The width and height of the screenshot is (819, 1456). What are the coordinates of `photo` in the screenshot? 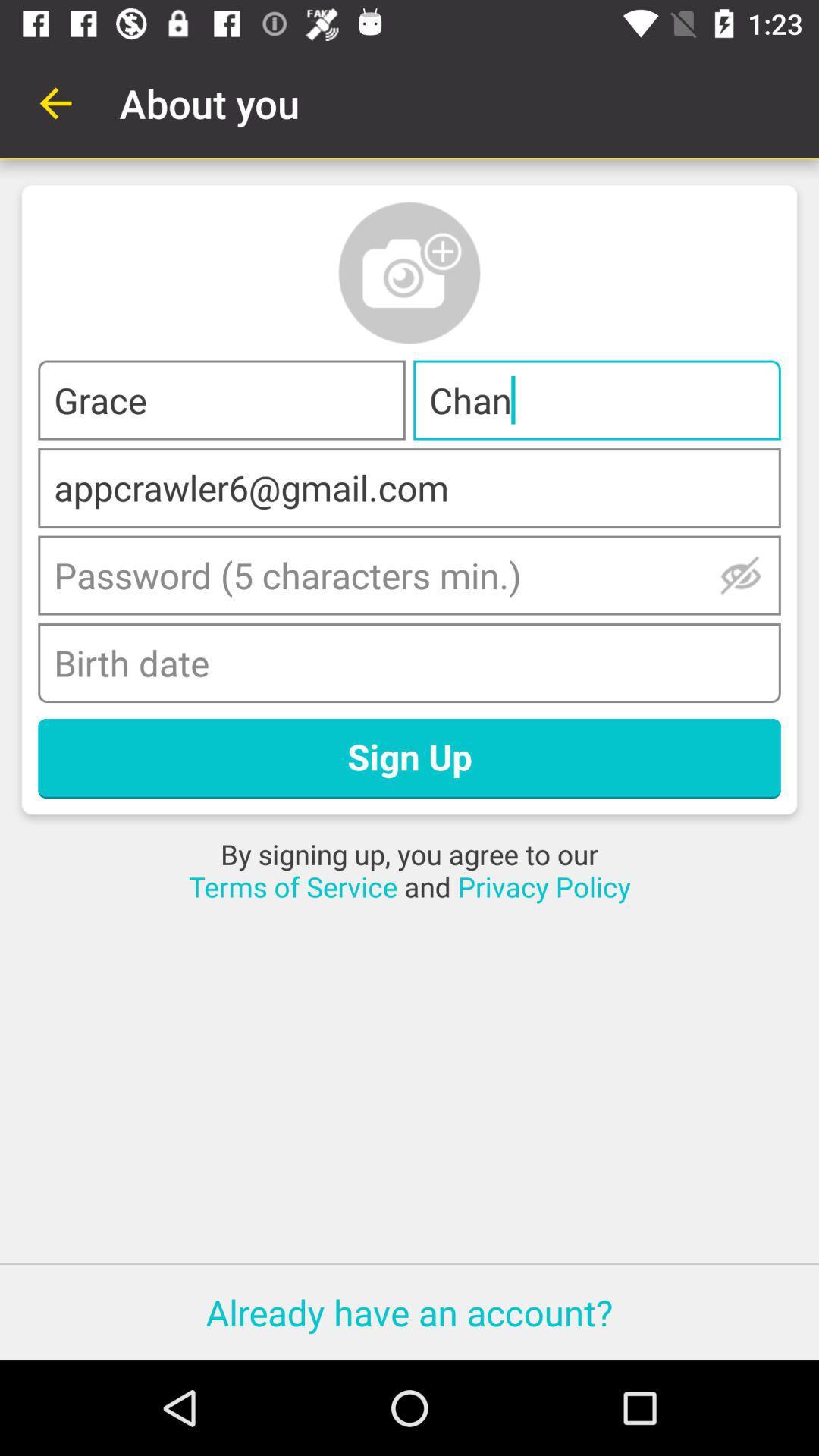 It's located at (409, 273).